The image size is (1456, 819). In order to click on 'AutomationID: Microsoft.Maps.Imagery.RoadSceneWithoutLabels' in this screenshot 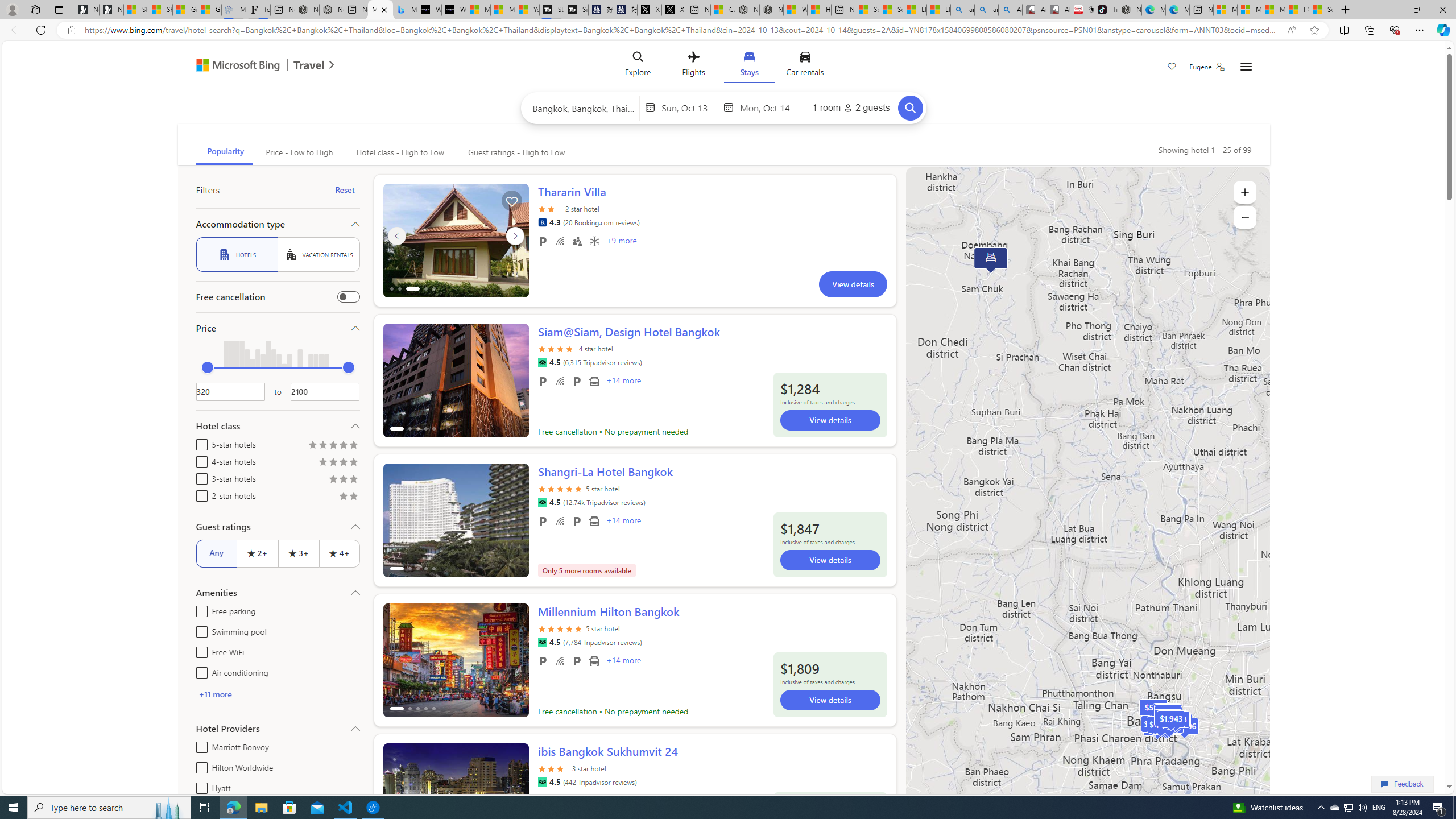, I will do `click(1087, 501)`.